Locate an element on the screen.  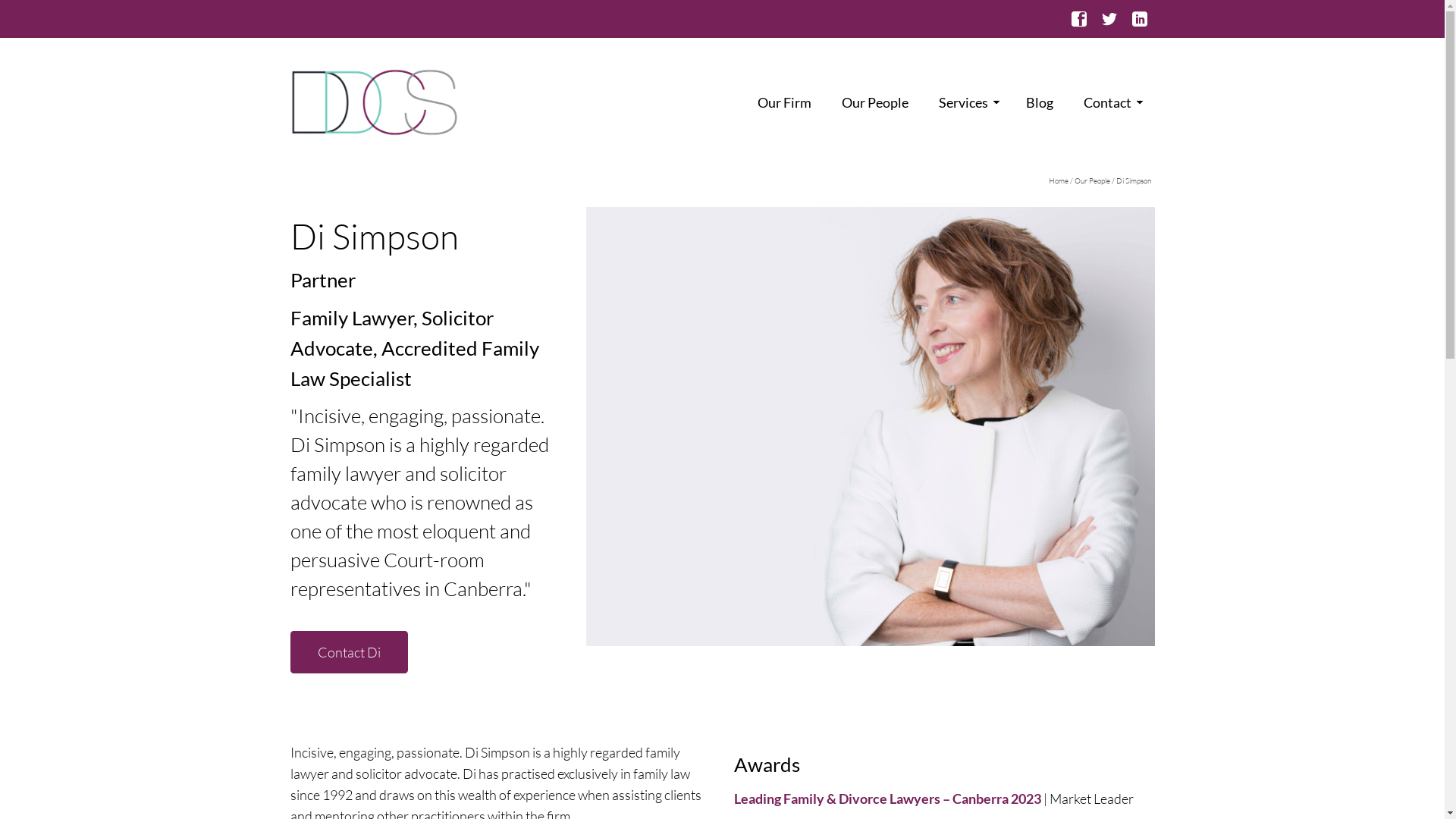
'Home' is located at coordinates (1047, 180).